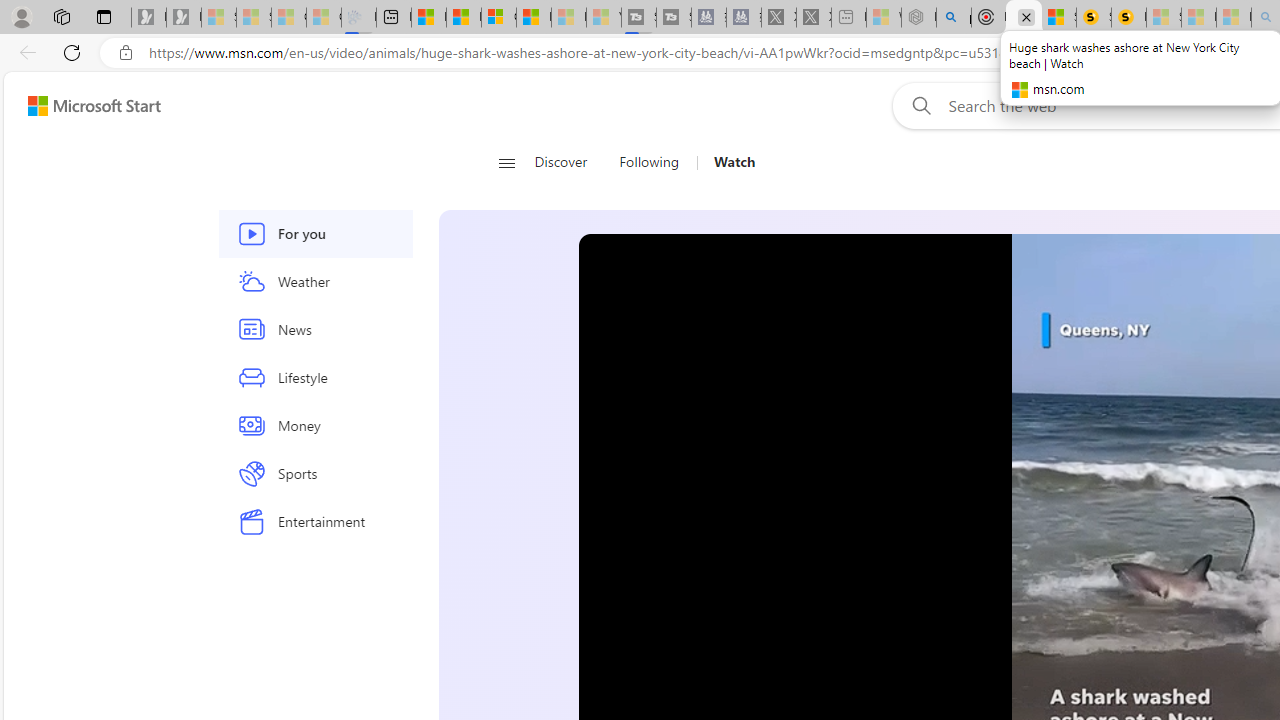 The width and height of the screenshot is (1280, 720). Describe the element at coordinates (506, 162) in the screenshot. I see `'Class: button-glyph'` at that location.